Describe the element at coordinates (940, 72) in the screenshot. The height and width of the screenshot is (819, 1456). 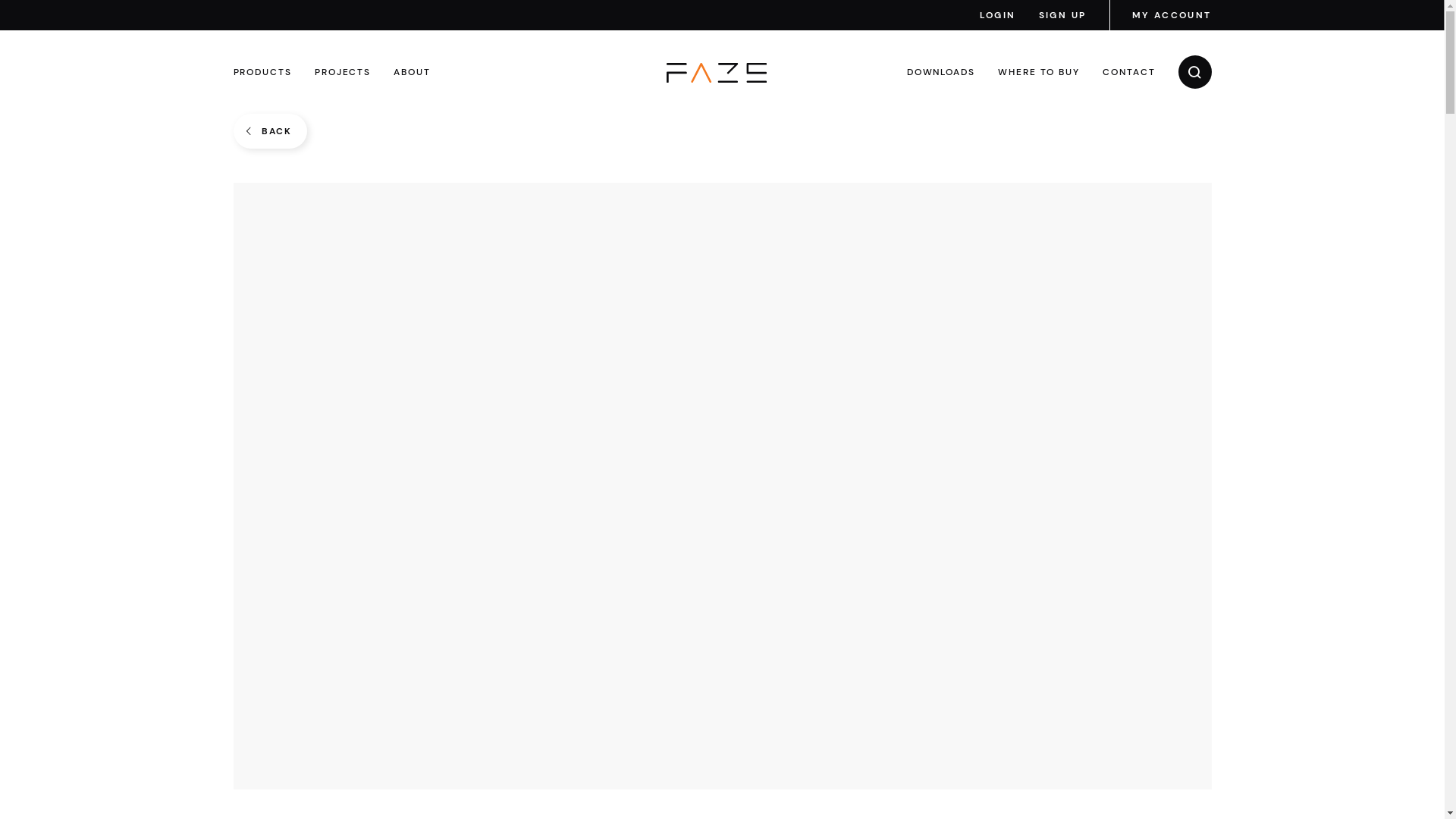
I see `'DOWNLOADS'` at that location.